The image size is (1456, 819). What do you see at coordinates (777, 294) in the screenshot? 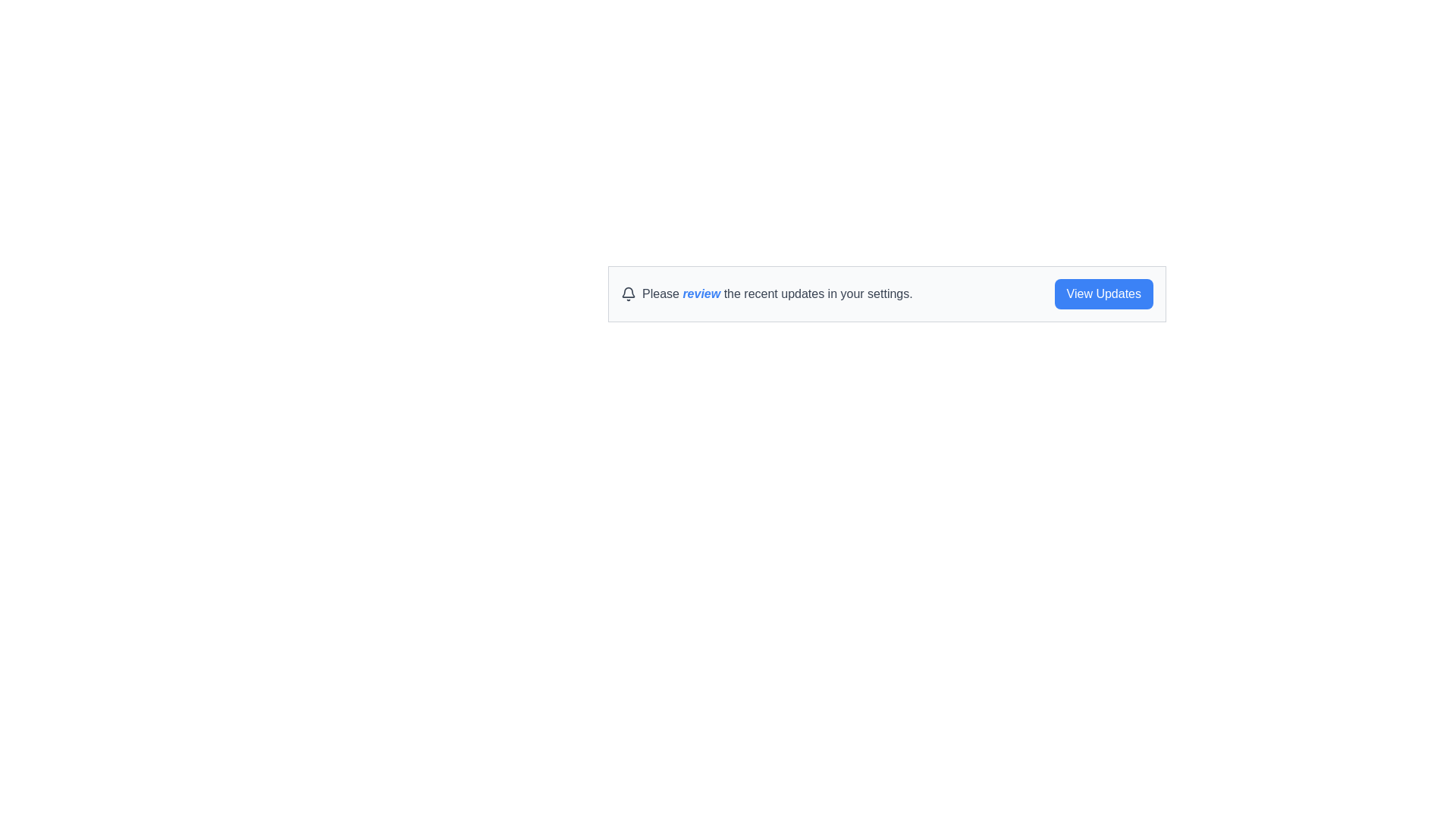
I see `the notification message displayed in the Text Display element, which informs the user of updates and encourages them to review their settings` at bounding box center [777, 294].